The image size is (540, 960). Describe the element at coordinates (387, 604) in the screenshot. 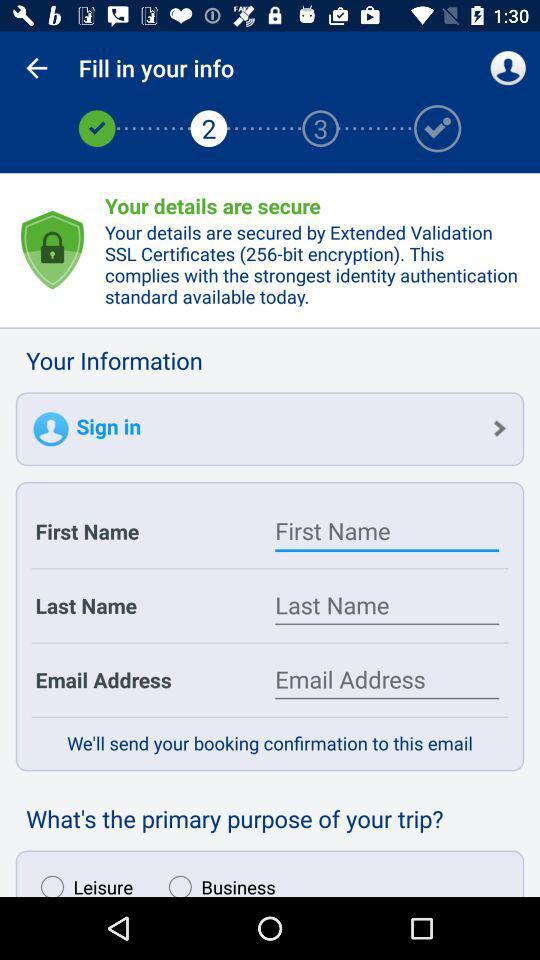

I see `last name` at that location.